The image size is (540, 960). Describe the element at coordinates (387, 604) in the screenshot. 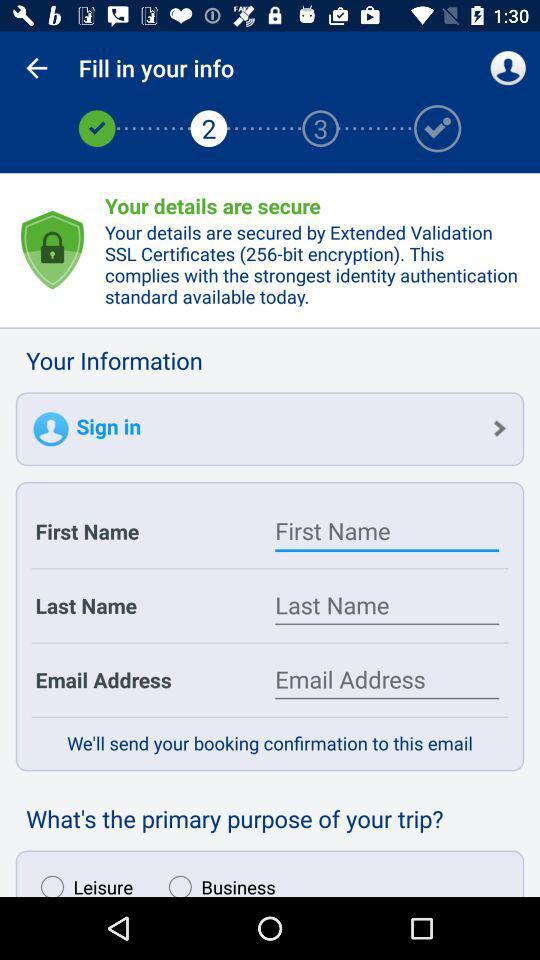

I see `last name` at that location.